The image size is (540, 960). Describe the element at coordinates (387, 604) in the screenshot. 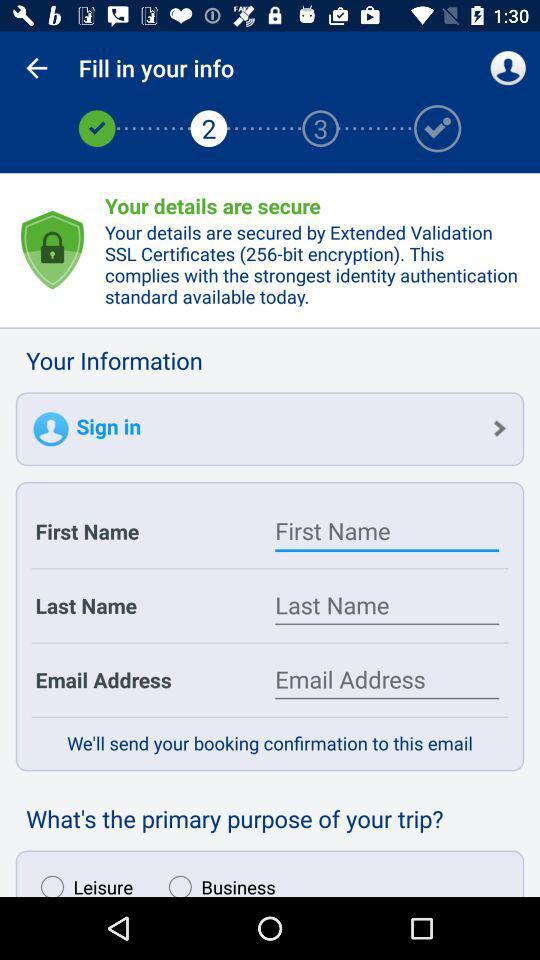

I see `last name` at that location.